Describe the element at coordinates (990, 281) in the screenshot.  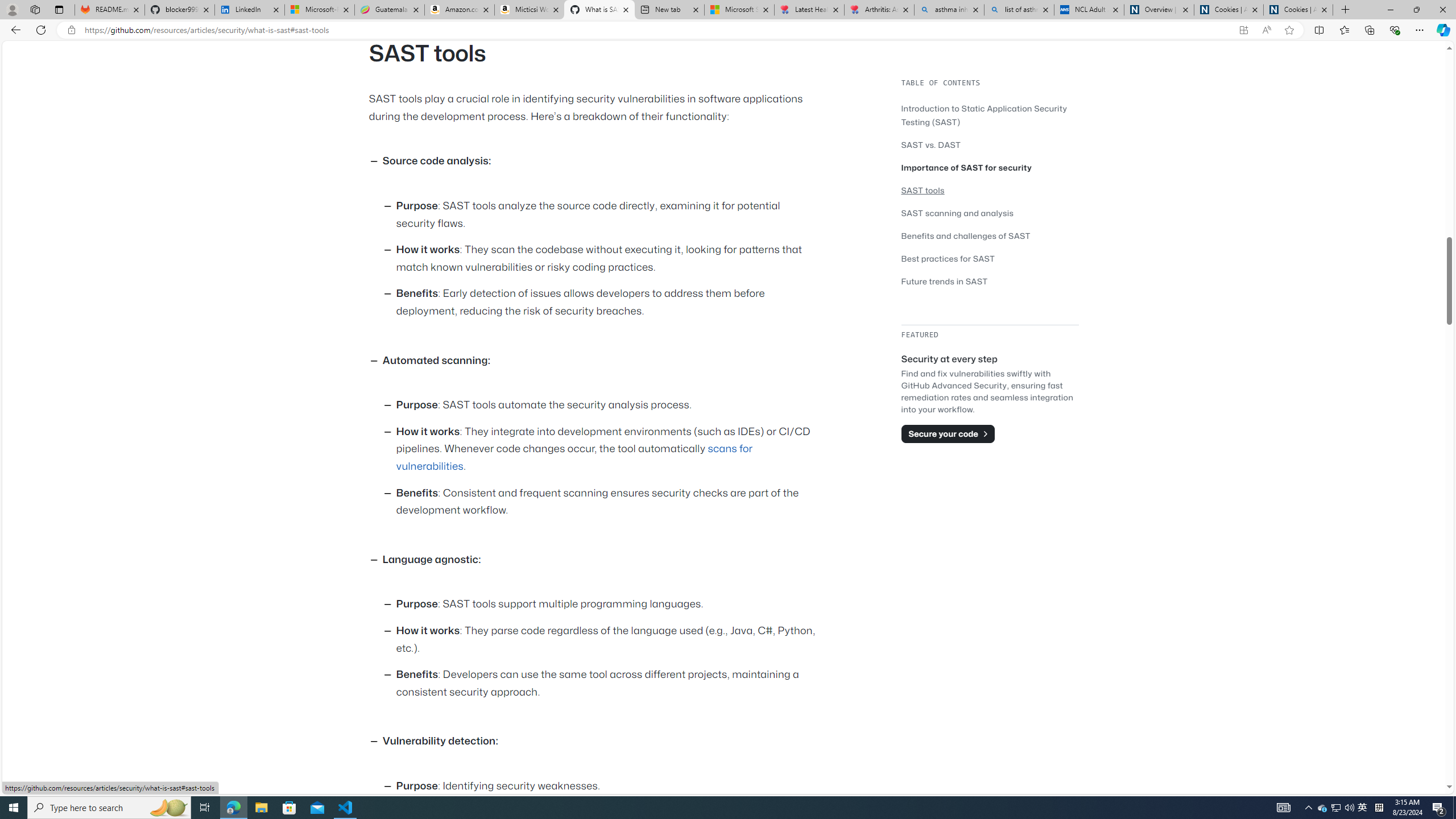
I see `'Future trends in SAST'` at that location.